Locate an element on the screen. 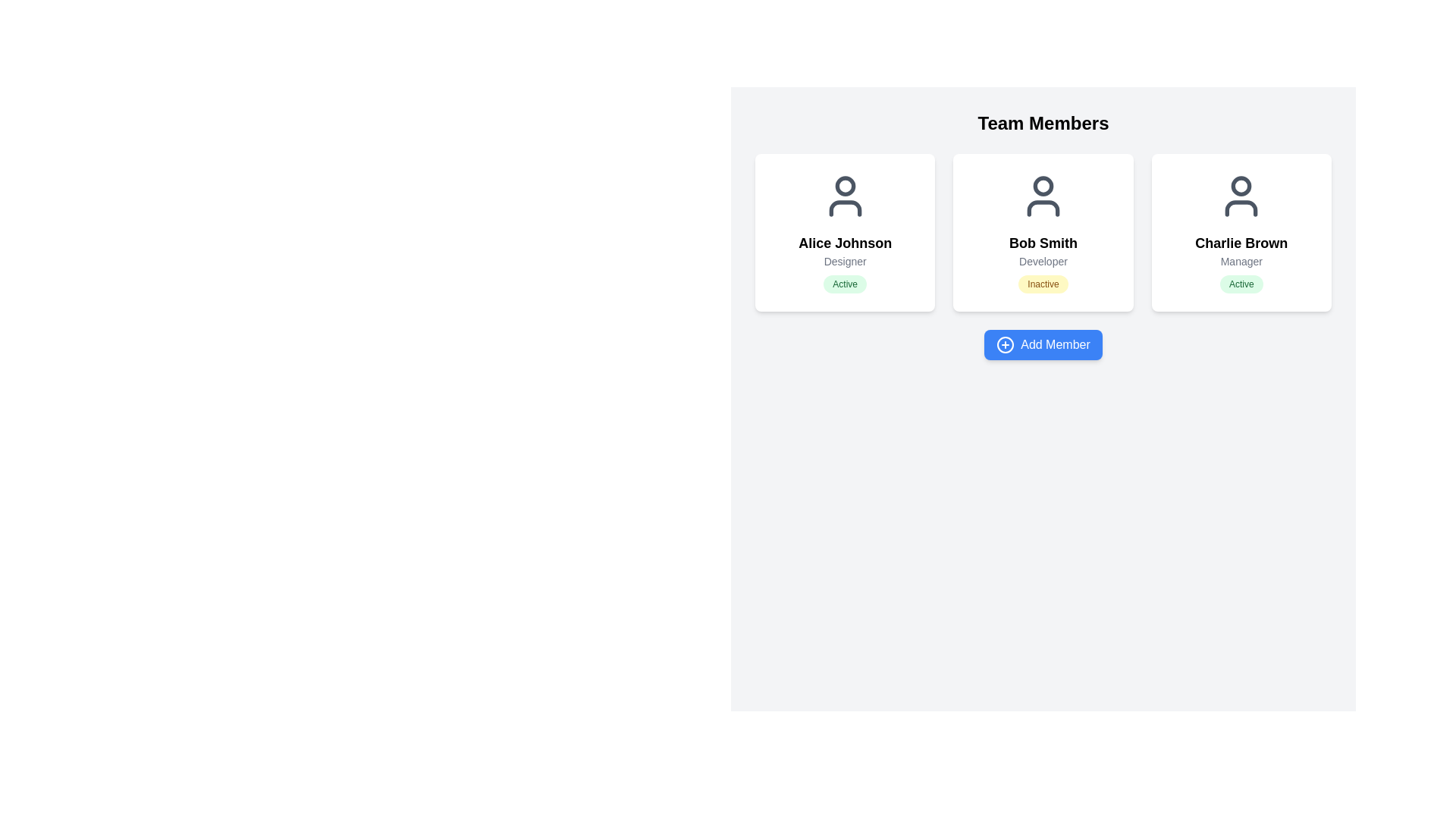 This screenshot has width=1456, height=819. the button located at the bottom center of the 'Team Members' section is located at coordinates (1043, 345).